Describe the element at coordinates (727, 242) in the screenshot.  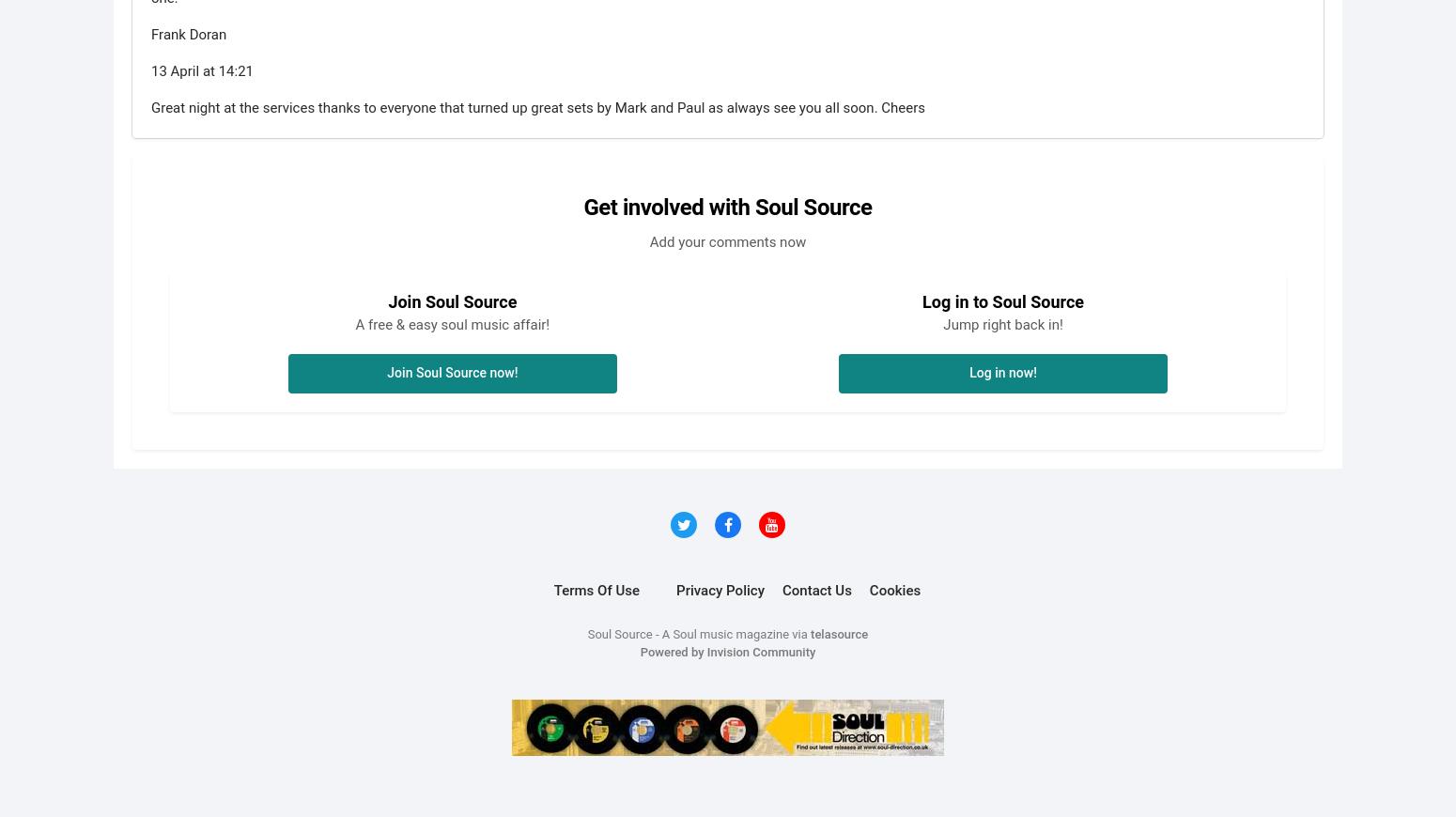
I see `'Add your comments now'` at that location.